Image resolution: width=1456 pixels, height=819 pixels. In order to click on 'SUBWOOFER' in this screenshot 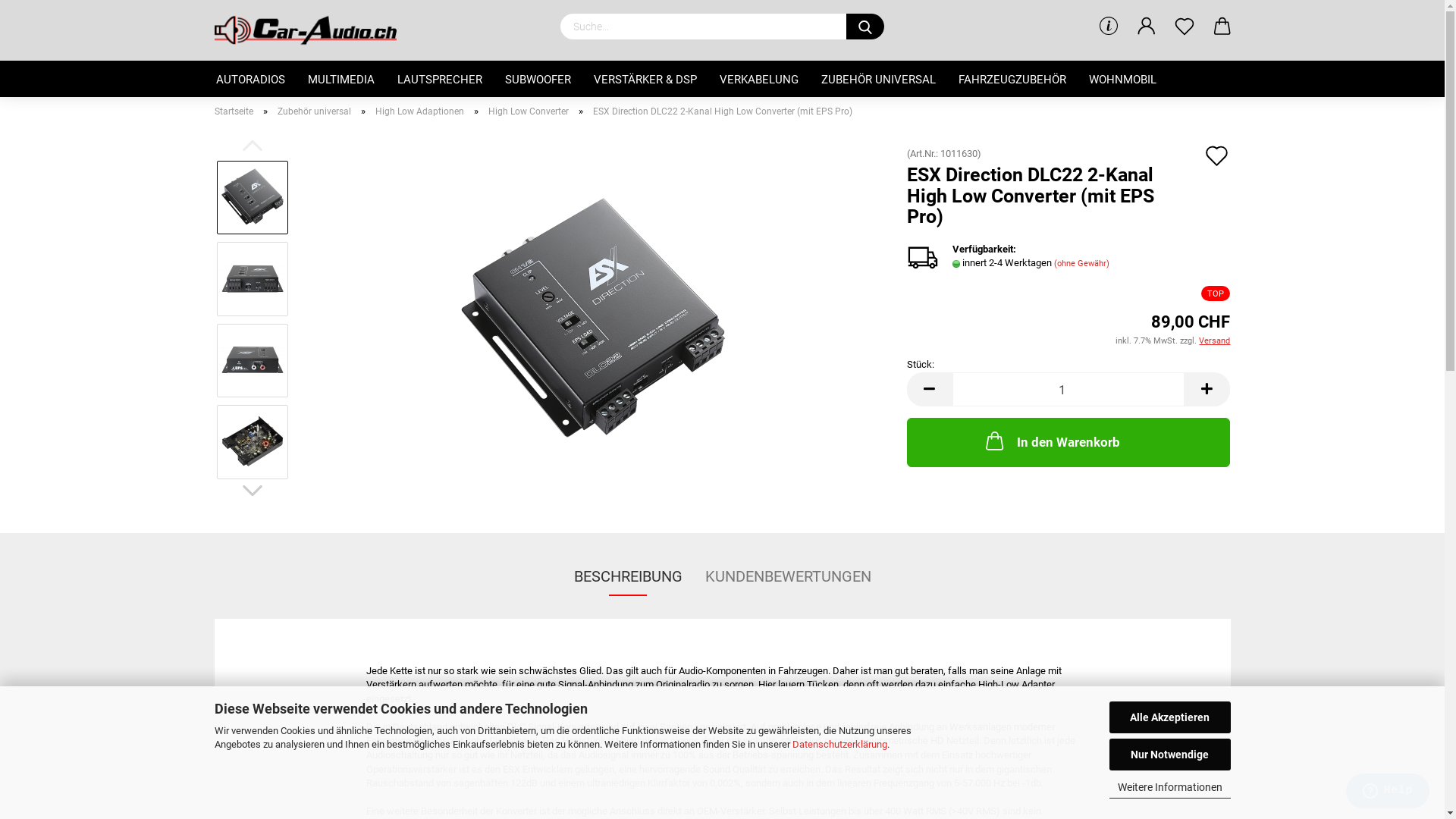, I will do `click(492, 79)`.